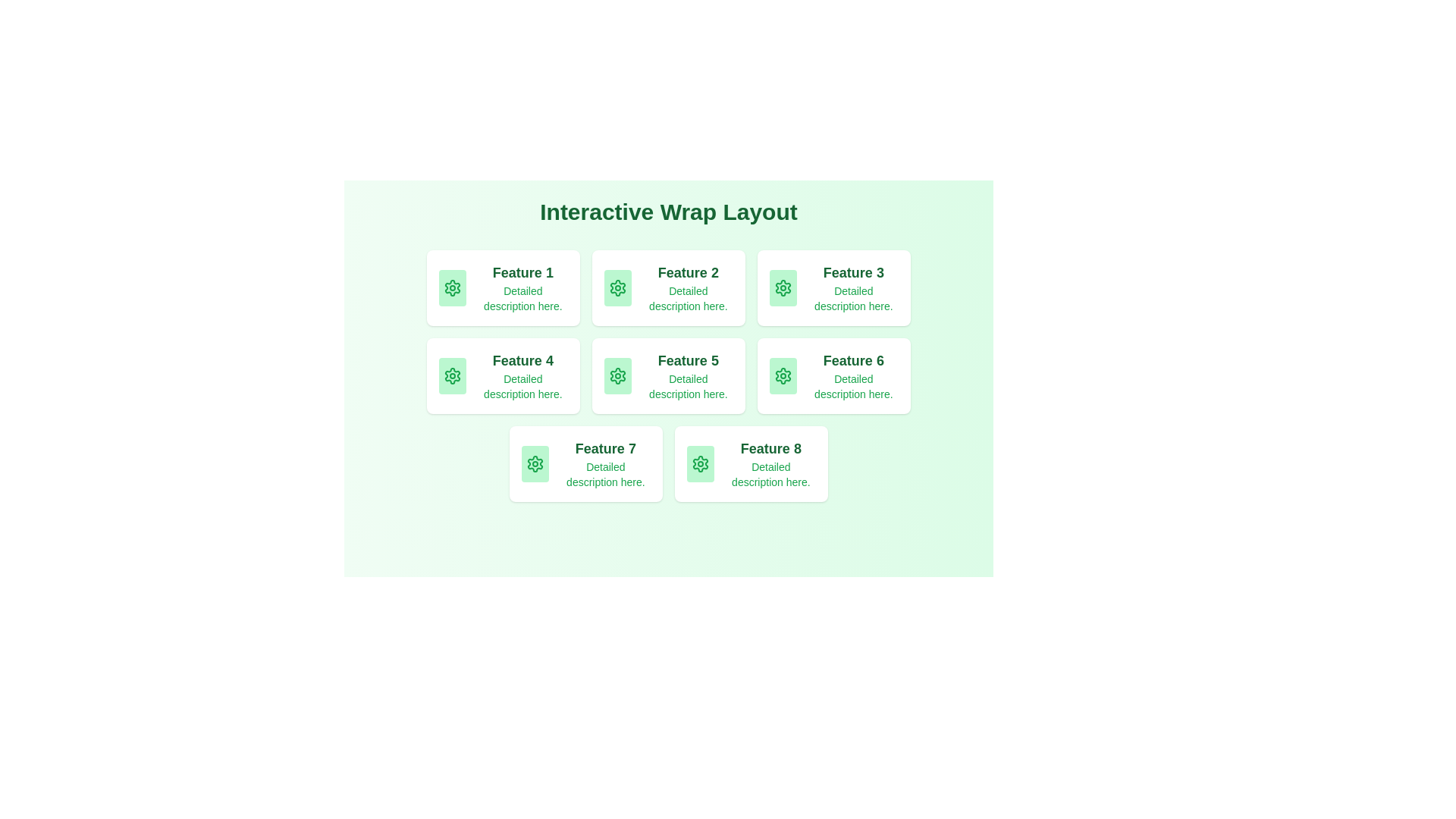 This screenshot has height=819, width=1456. I want to click on the text element reading 'Detailed description here.' that is styled with a green font color and positioned beneath the title 'Feature 5.', so click(687, 385).